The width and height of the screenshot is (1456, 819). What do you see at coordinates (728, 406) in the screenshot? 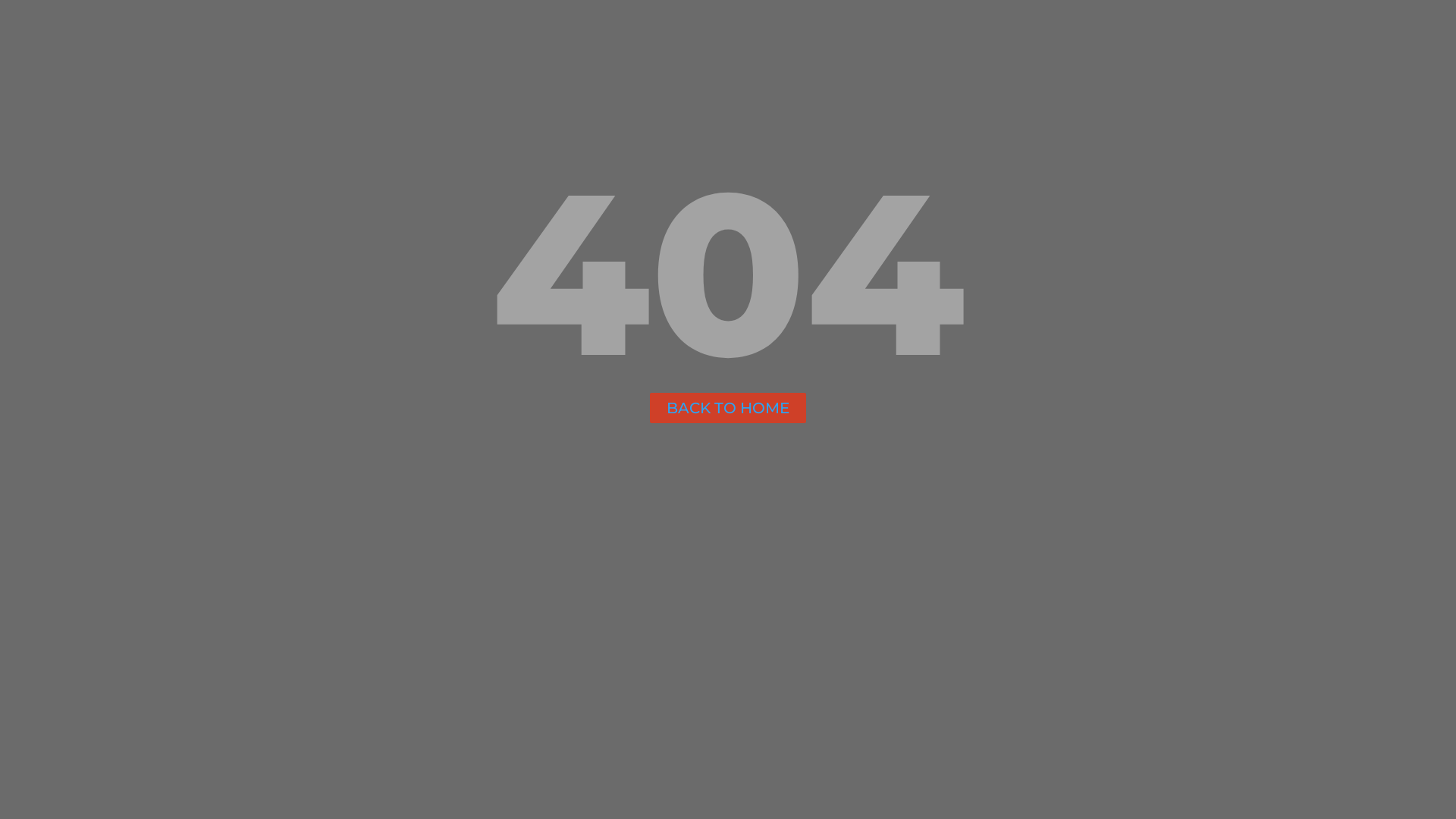
I see `'BACK TO HOME'` at bounding box center [728, 406].